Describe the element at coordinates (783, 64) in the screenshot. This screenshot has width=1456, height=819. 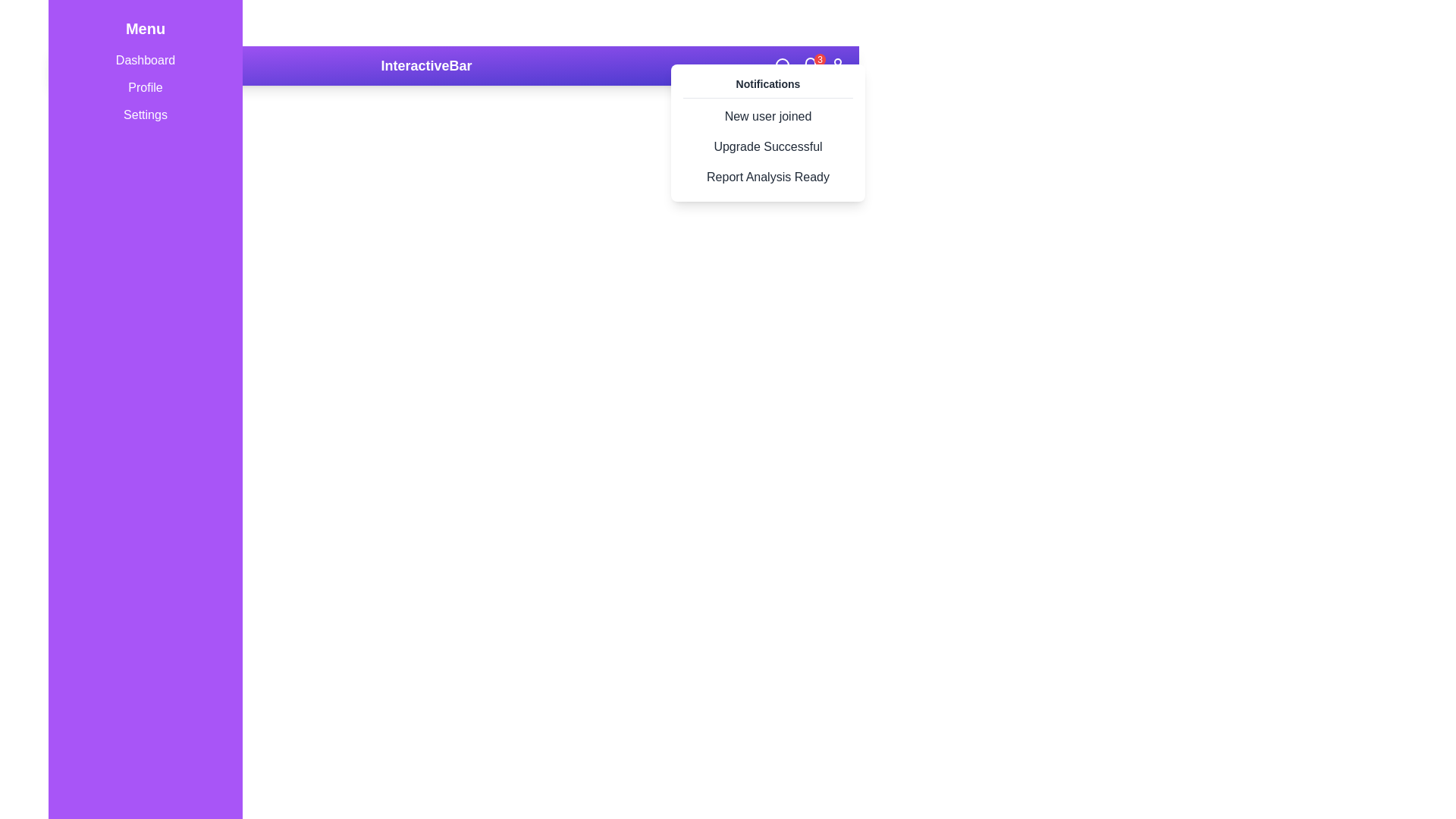
I see `small circular component within the magnifying glass icon located in the top-right of the interface by clicking on it` at that location.